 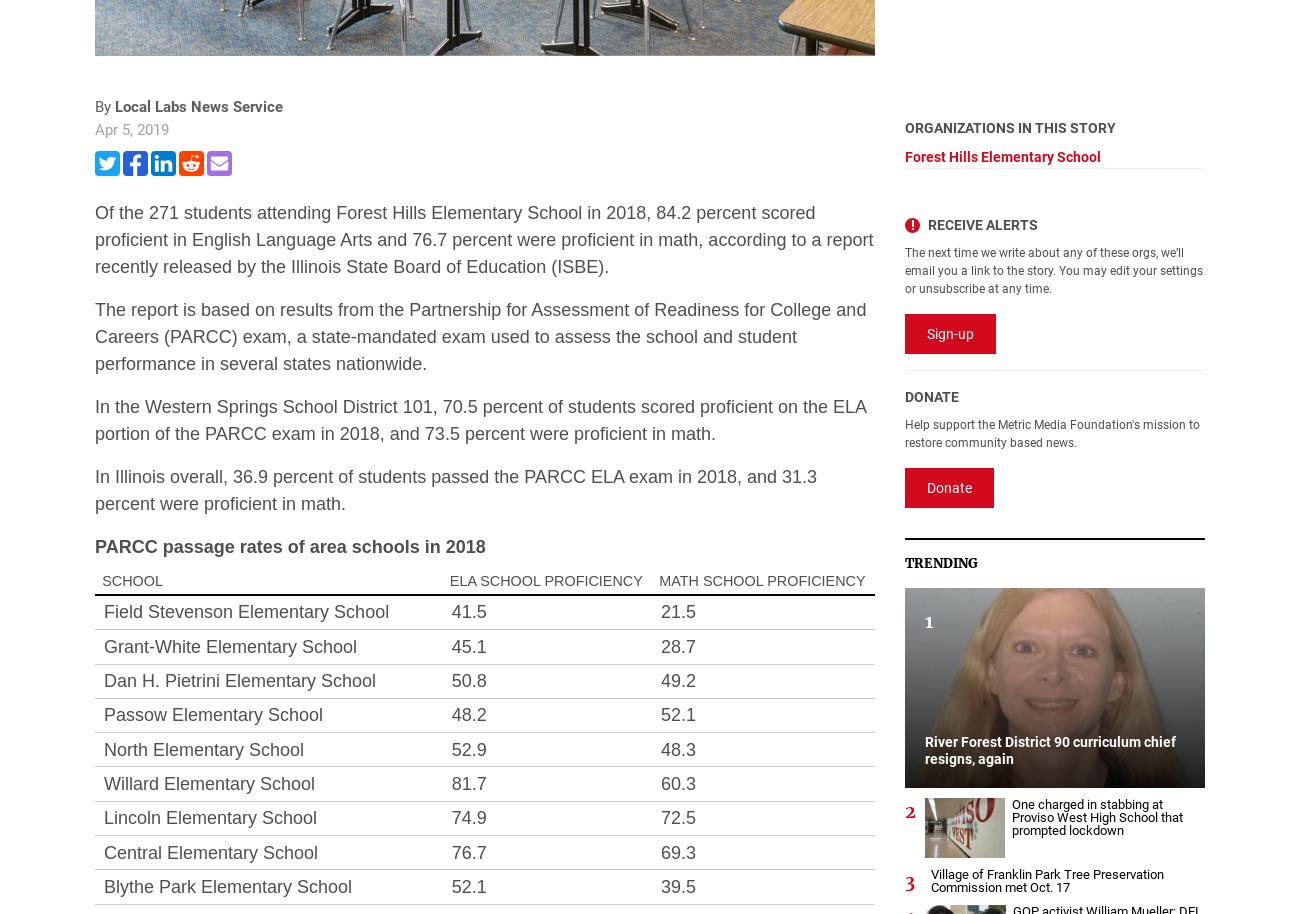 What do you see at coordinates (95, 418) in the screenshot?
I see `'In the Western Springs School District 101, 70.5 percent of students scored proficient on the ELA portion of the PARCC exam in 2018, and 73.5 percent were proficient in math.'` at bounding box center [95, 418].